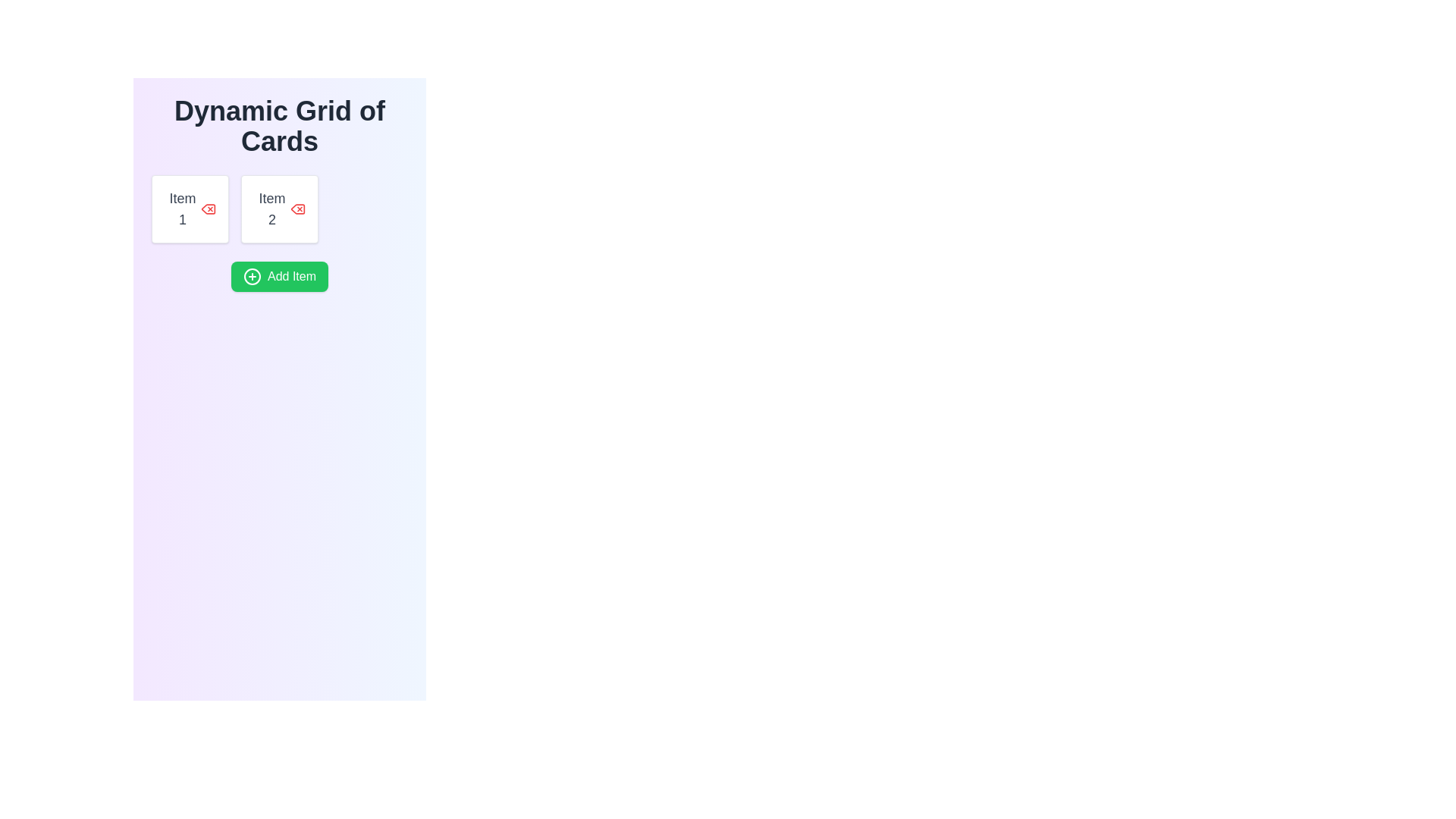 The image size is (1456, 819). I want to click on the green circle icon with a plus sign inside it, which is located to the left of the text 'Add Item' in the button below the grid of items, so click(252, 277).